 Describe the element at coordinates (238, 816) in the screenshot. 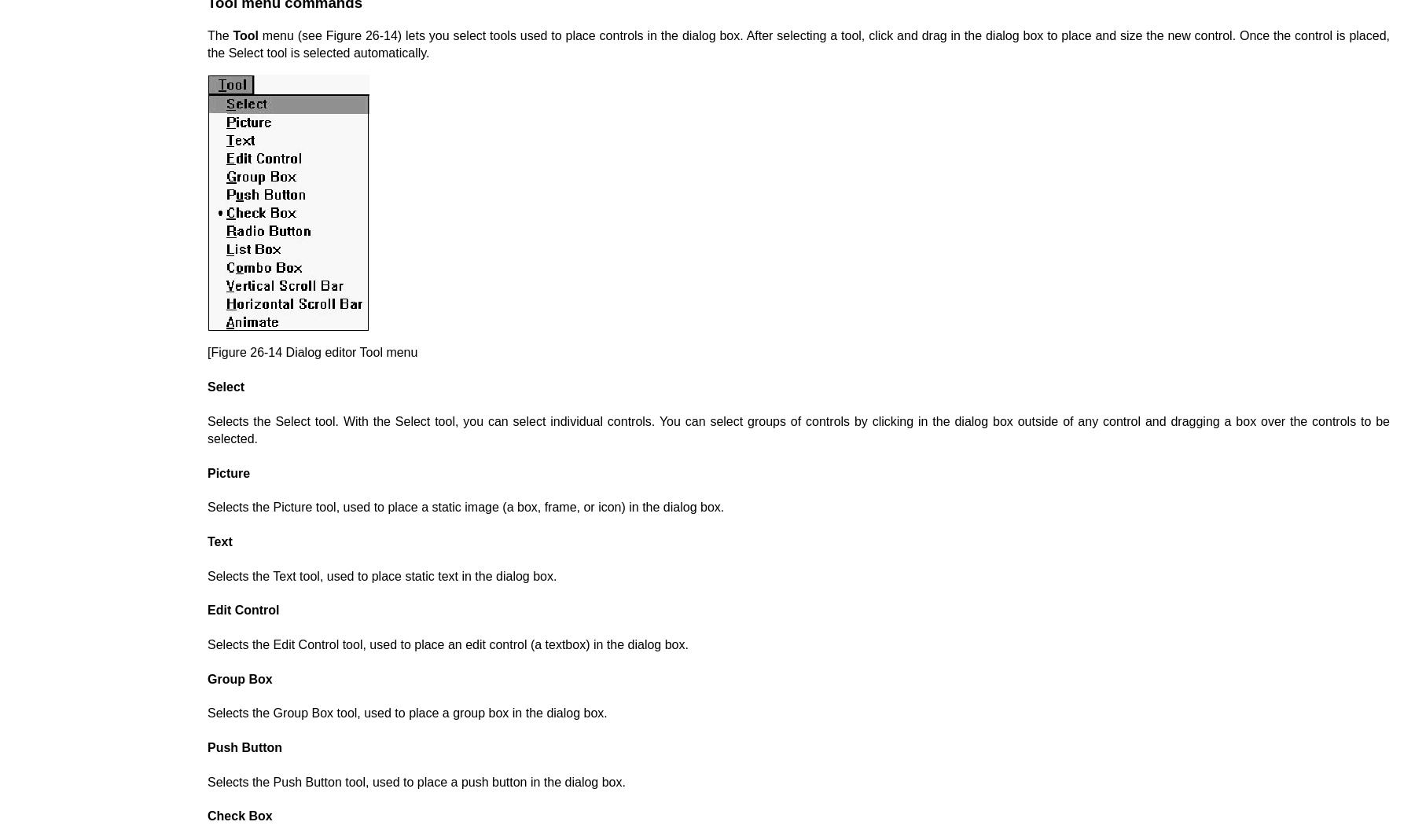

I see `'Check Box'` at that location.